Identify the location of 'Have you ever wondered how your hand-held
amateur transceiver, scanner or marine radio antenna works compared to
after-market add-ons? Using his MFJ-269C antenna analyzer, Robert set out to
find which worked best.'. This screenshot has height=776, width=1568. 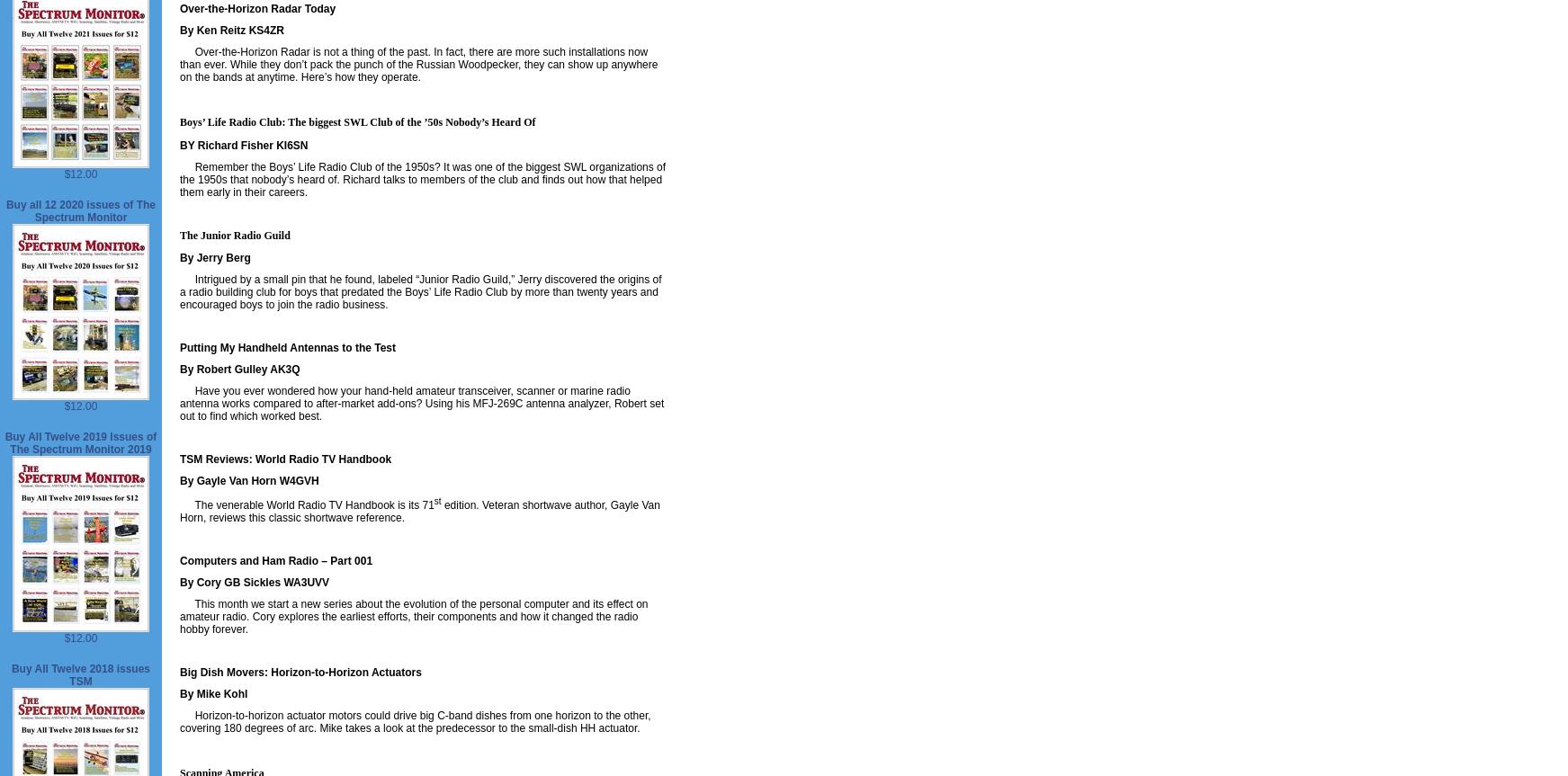
(422, 403).